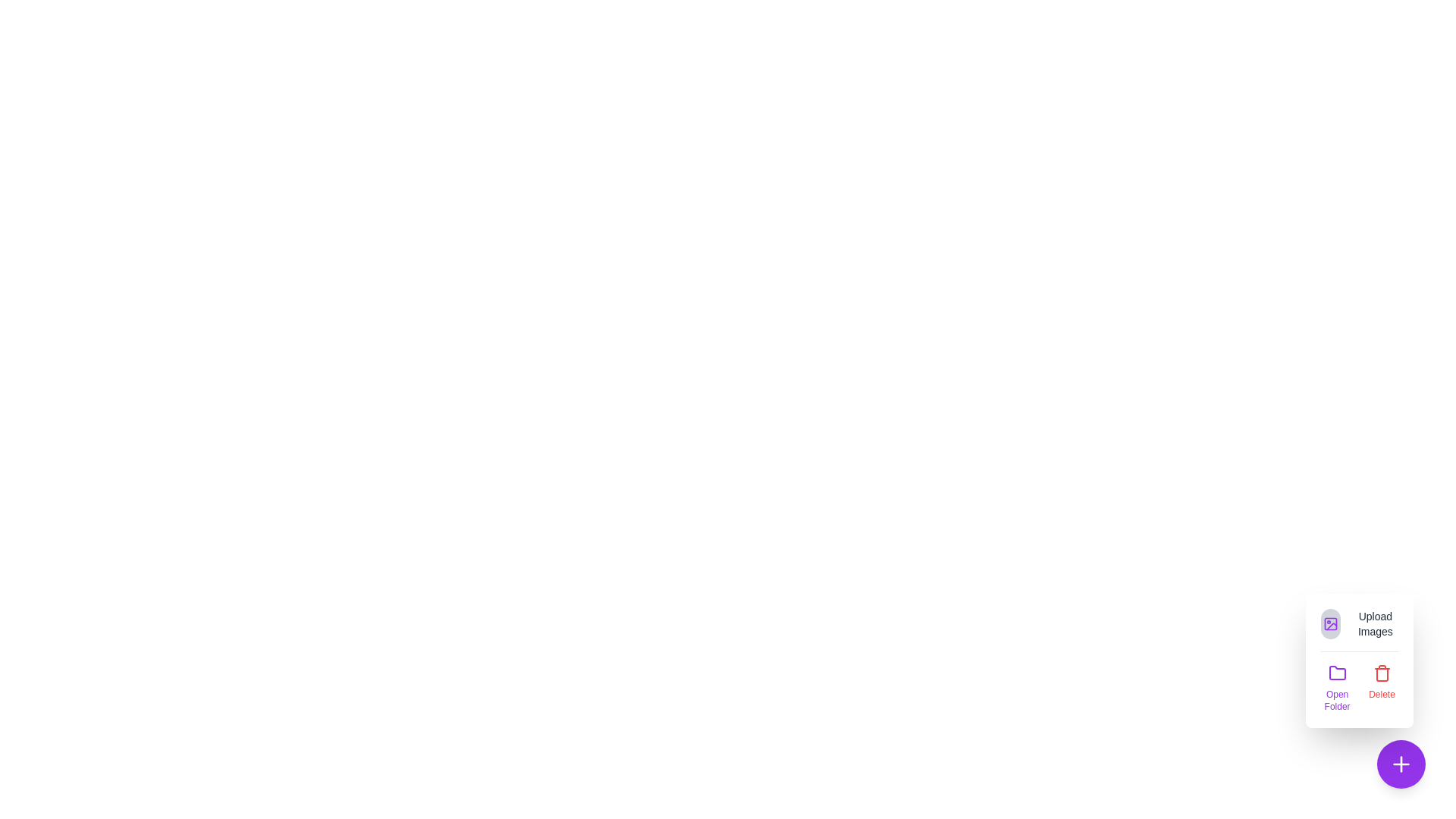 This screenshot has width=1456, height=819. I want to click on over the Interactive utility panel, which is a compact rectangular panel with a white background, showing 'Upload Images' and buttons labeled 'Open Folder' and 'Delete', so click(1360, 660).